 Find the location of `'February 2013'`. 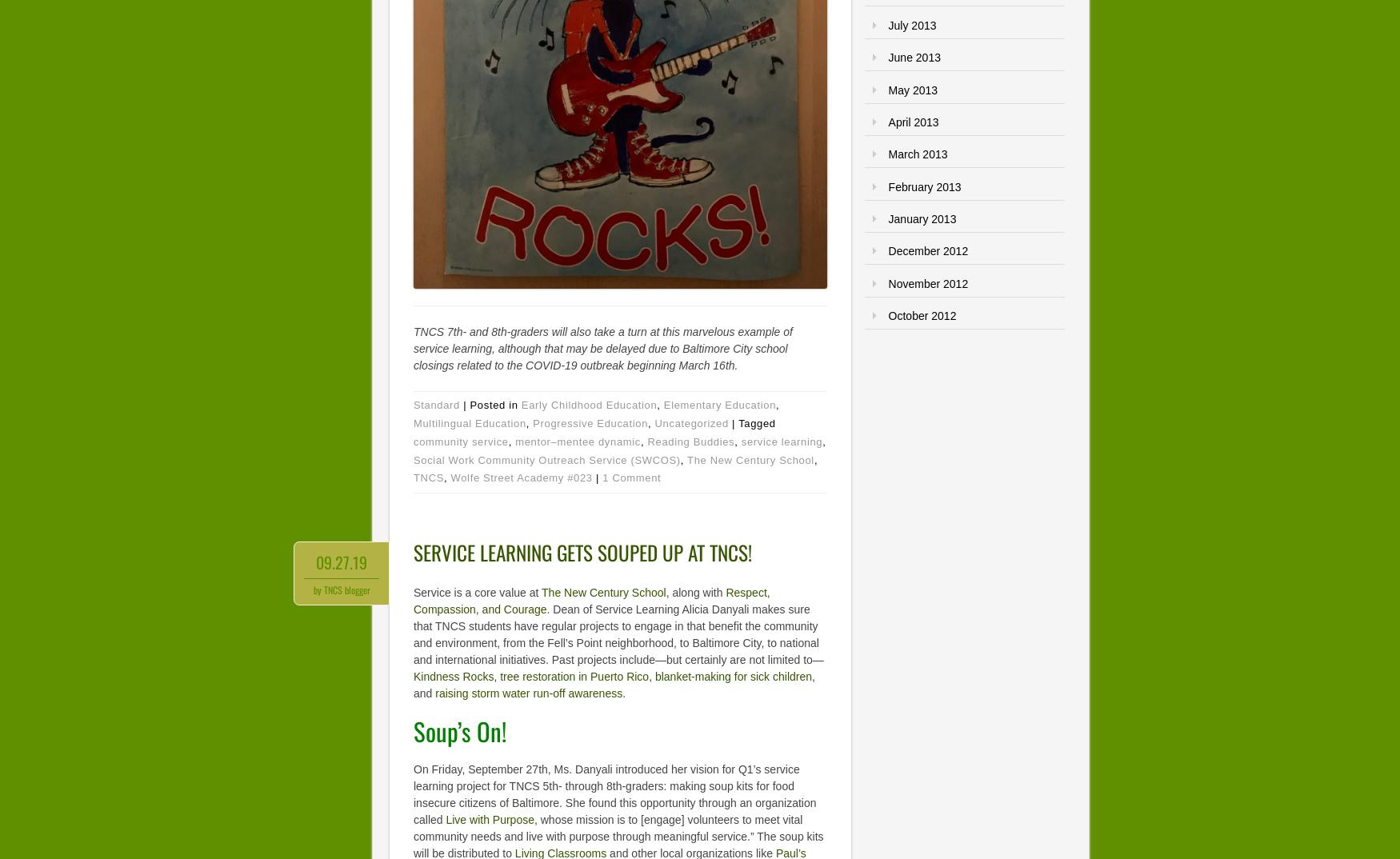

'February 2013' is located at coordinates (923, 185).